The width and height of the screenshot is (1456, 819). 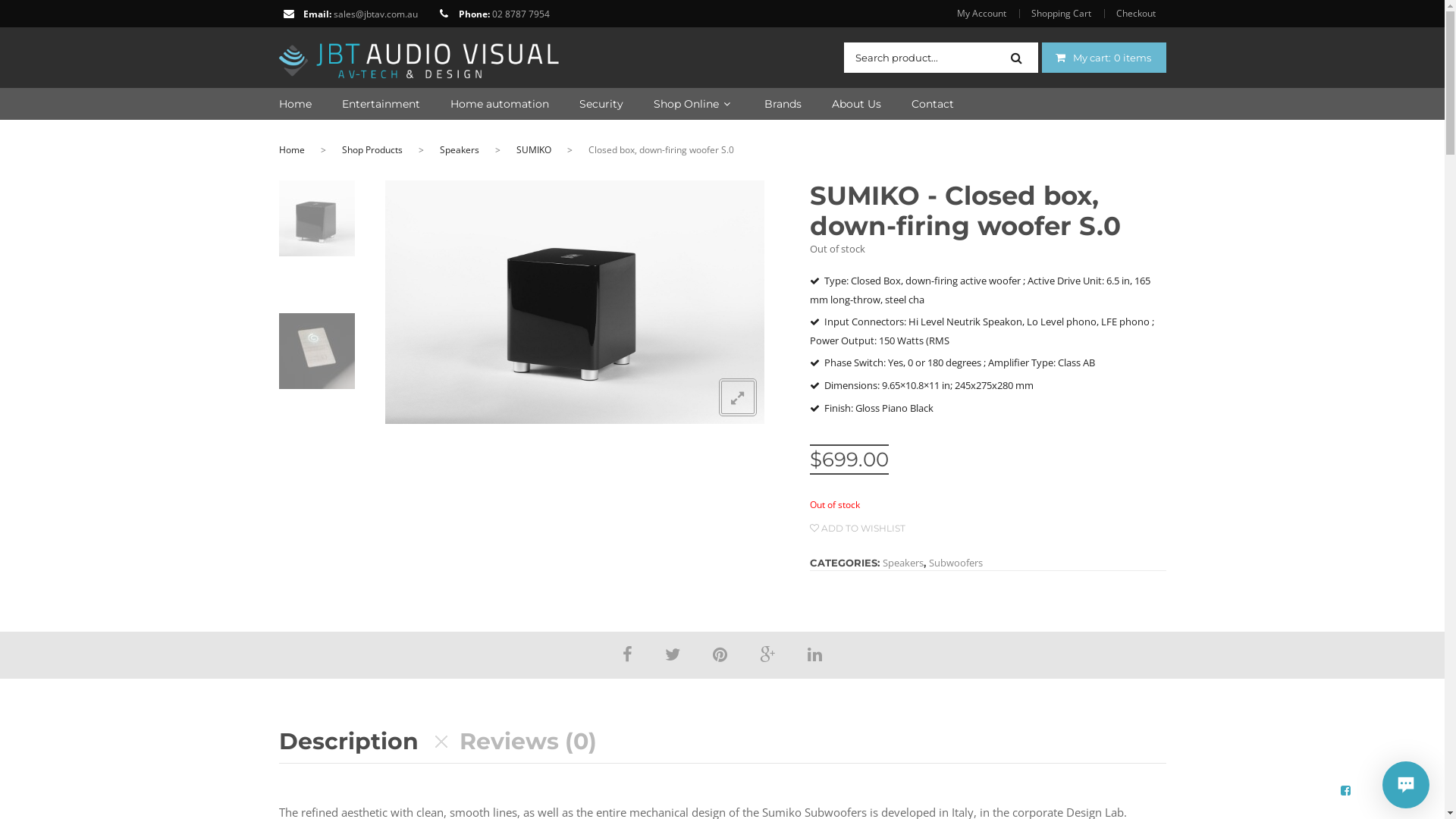 What do you see at coordinates (419, 55) in the screenshot?
I see `'JBT Audio Visual'` at bounding box center [419, 55].